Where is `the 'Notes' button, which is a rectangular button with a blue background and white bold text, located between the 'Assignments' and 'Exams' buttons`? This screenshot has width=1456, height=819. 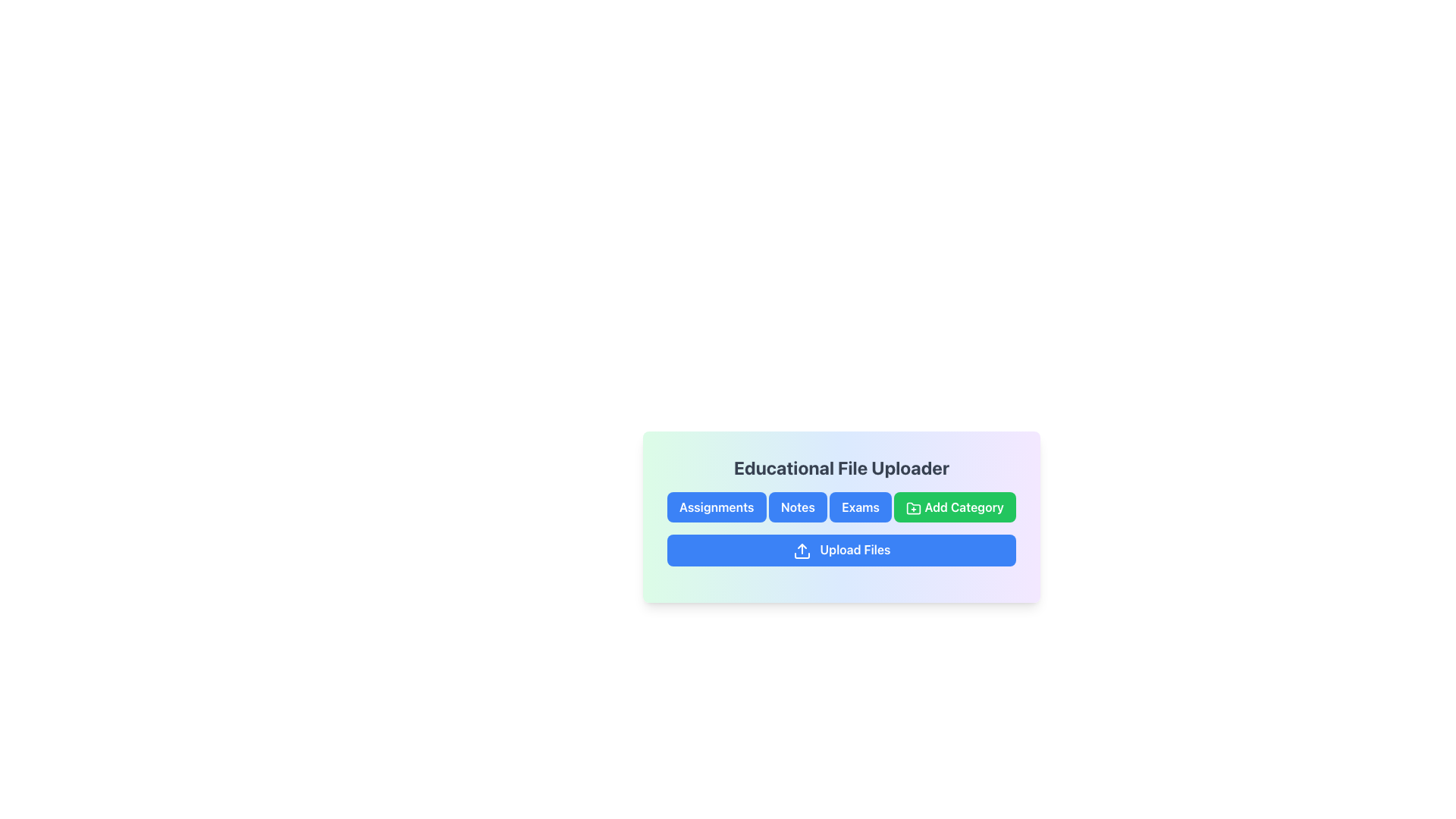
the 'Notes' button, which is a rectangular button with a blue background and white bold text, located between the 'Assignments' and 'Exams' buttons is located at coordinates (797, 507).